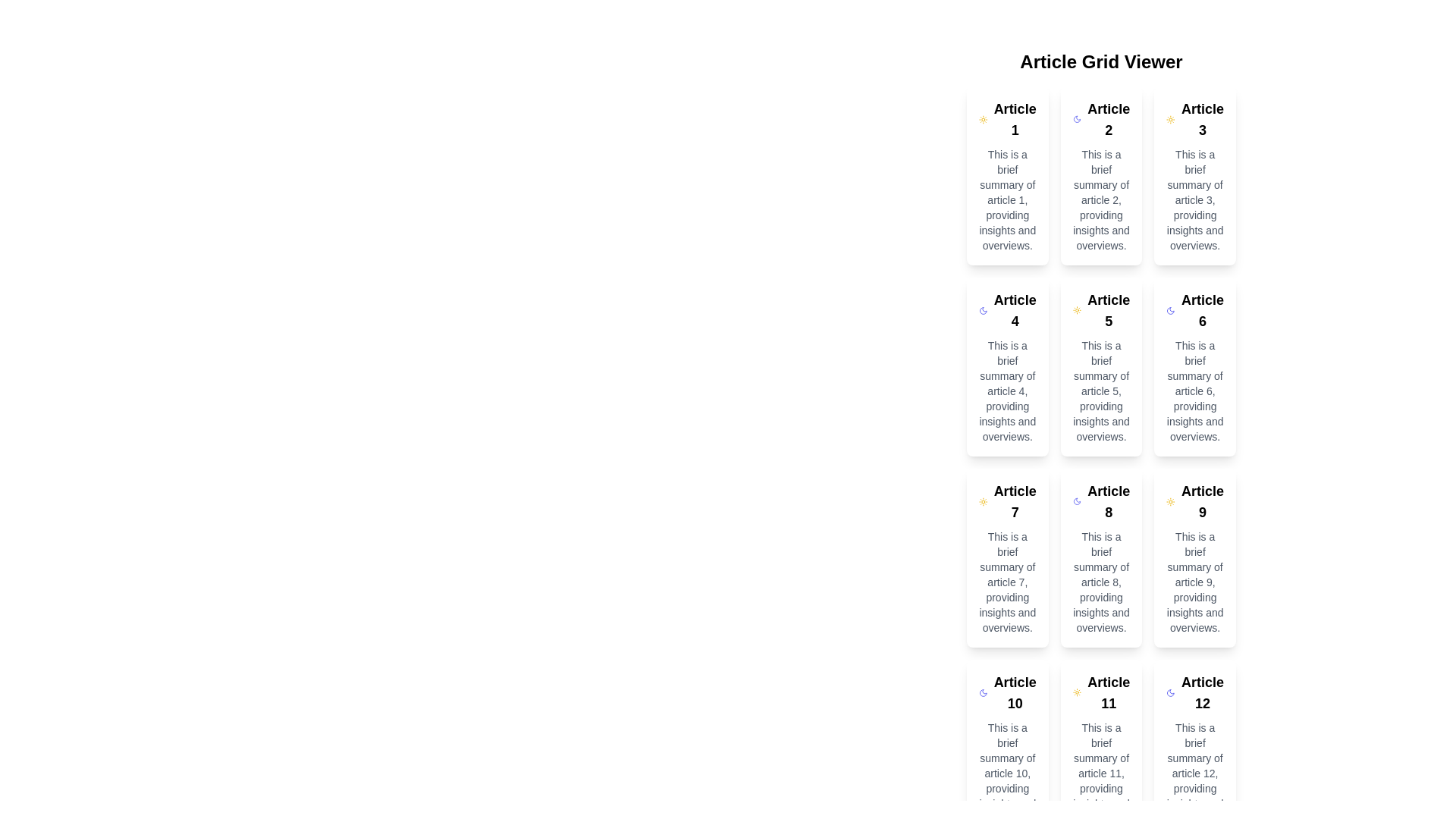  Describe the element at coordinates (1015, 693) in the screenshot. I see `the bold text label displaying 'Article 10', which is the headline of a card-like section in the fourth row and first column of the grid layout` at that location.